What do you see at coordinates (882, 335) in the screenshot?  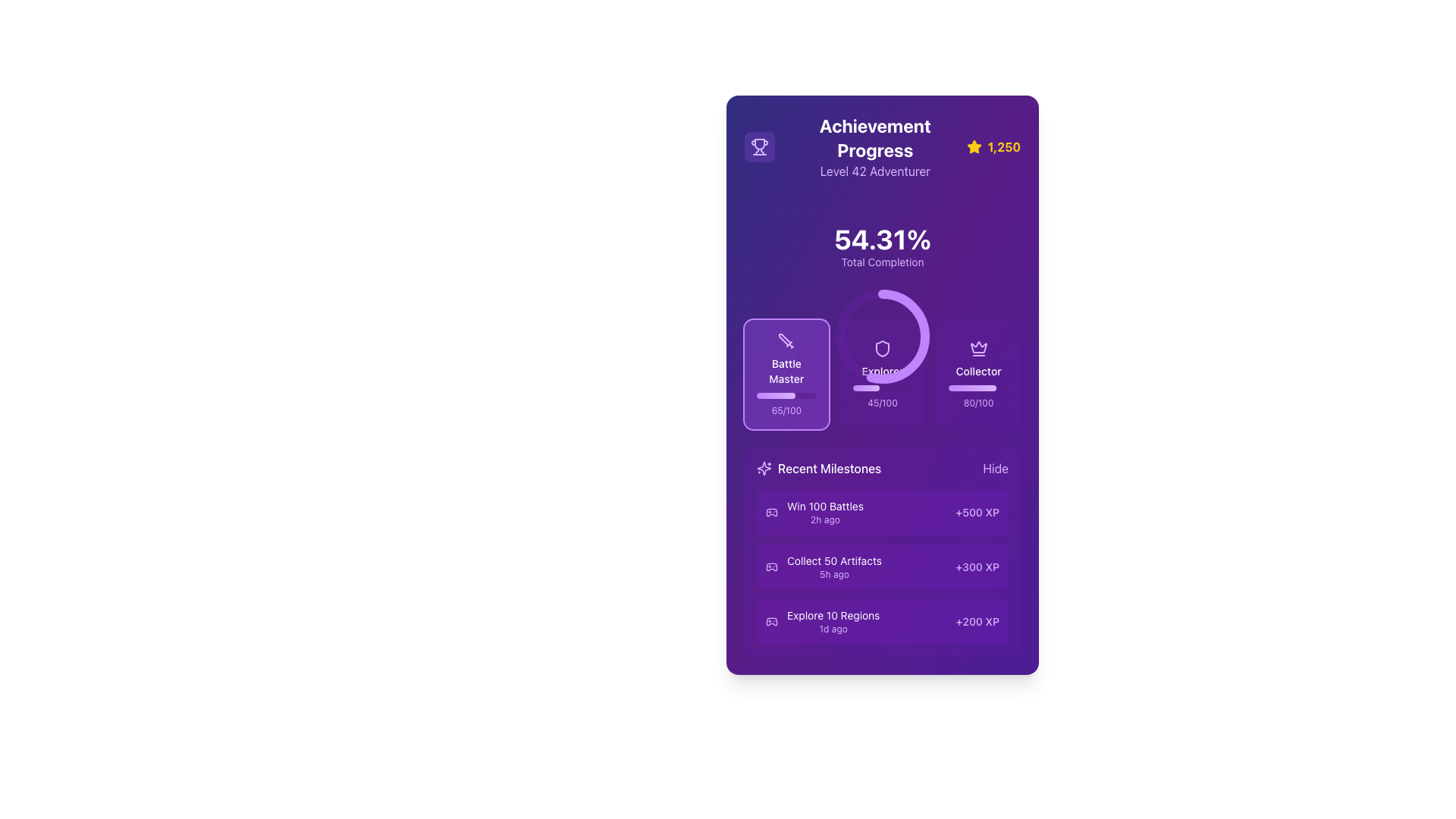 I see `associated label for the Circular progress indicator located under the 'Total Completion' label and next to 'Battle Master' and 'Collector'` at bounding box center [882, 335].